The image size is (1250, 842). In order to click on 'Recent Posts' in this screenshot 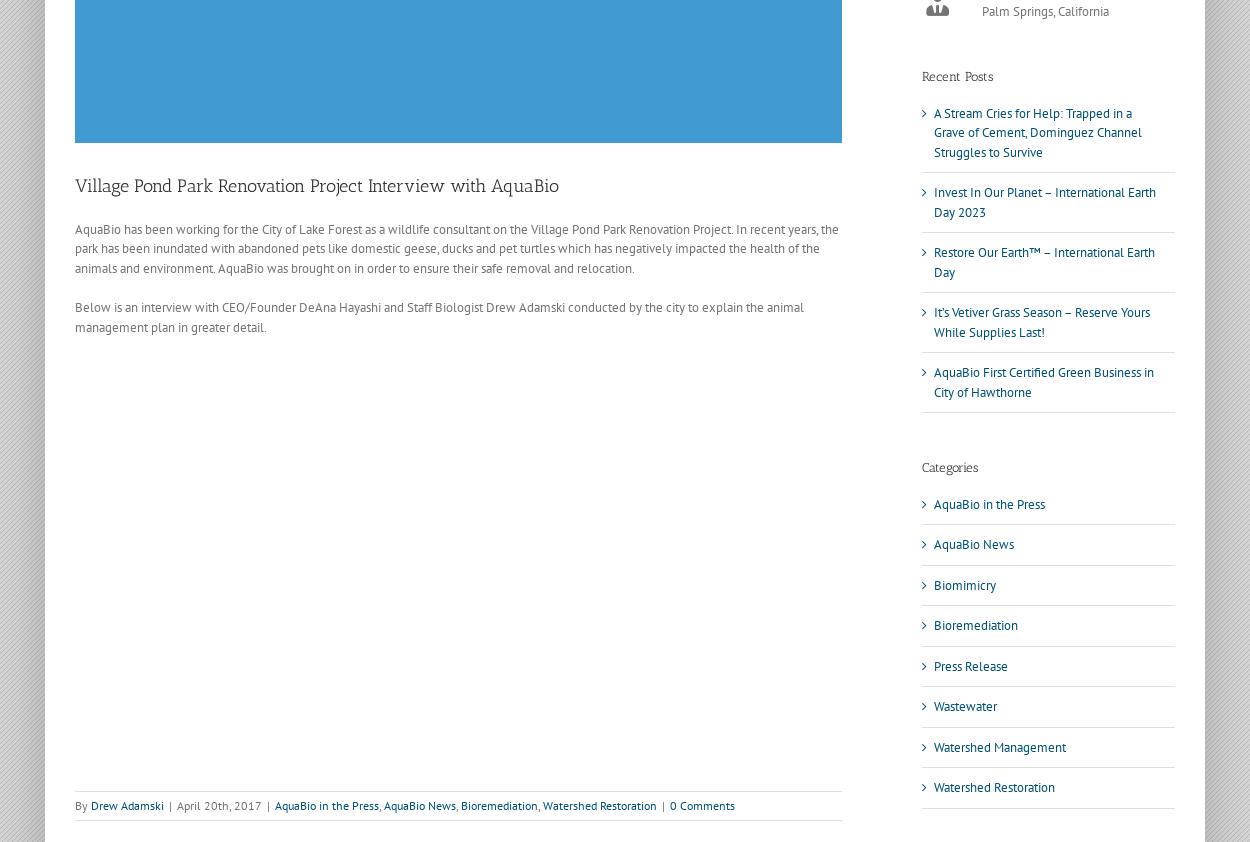, I will do `click(922, 74)`.